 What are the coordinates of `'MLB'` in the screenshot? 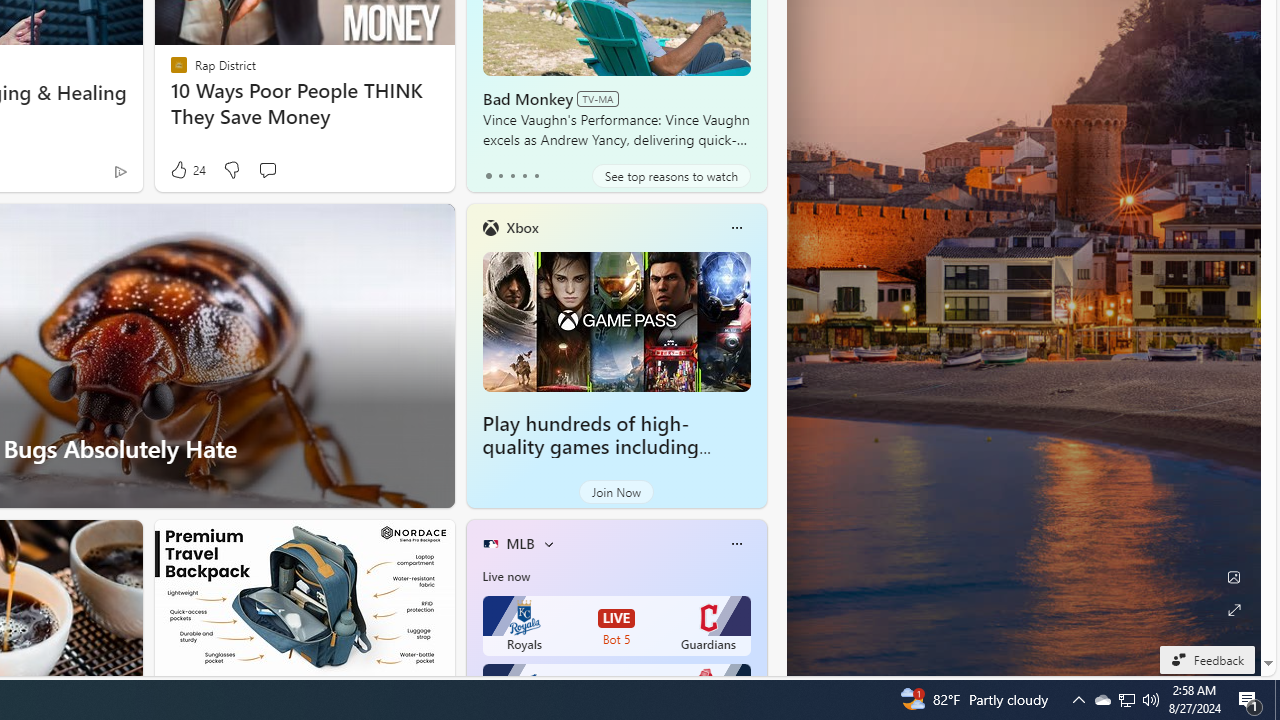 It's located at (520, 543).